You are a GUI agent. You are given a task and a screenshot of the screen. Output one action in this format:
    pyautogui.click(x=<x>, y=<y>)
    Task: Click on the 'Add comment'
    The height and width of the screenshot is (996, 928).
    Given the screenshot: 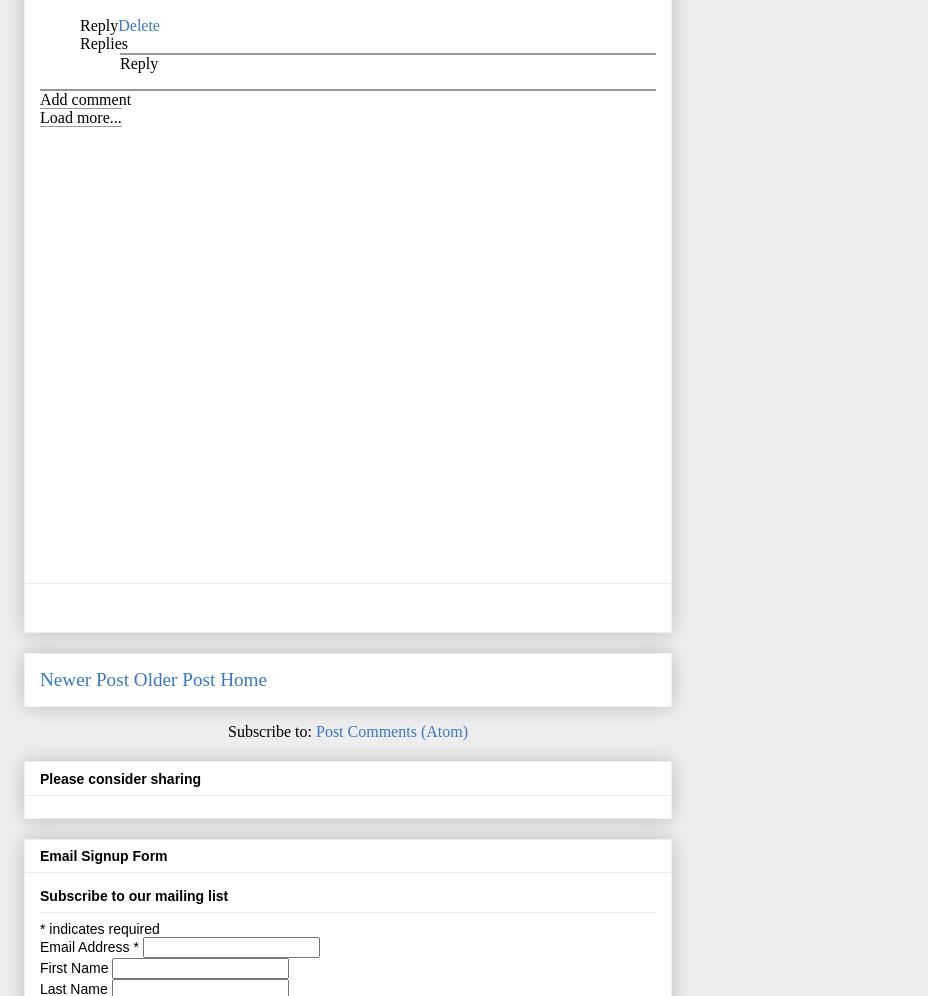 What is the action you would take?
    pyautogui.click(x=38, y=99)
    